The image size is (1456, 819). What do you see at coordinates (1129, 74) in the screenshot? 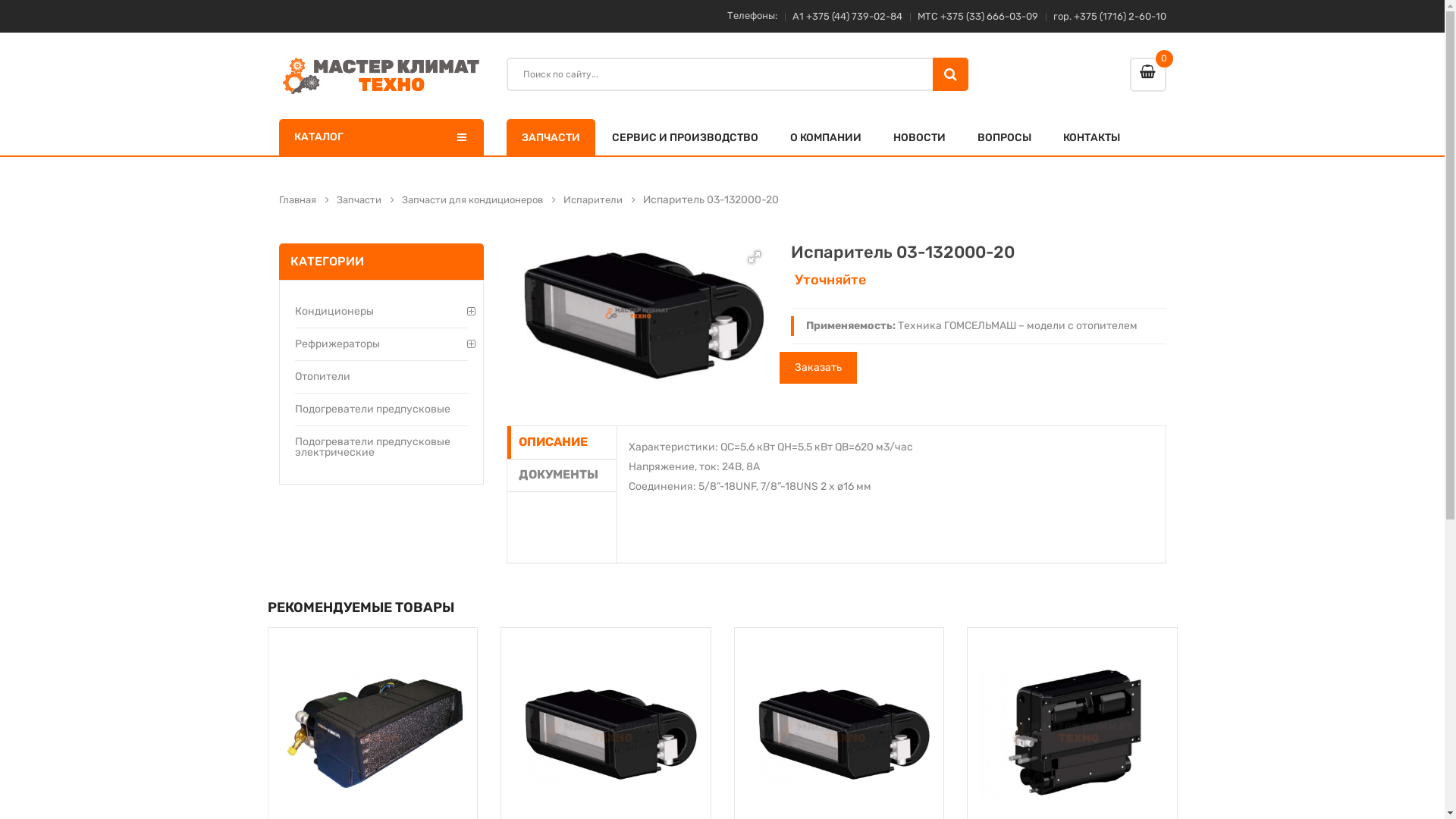
I see `'0'` at bounding box center [1129, 74].